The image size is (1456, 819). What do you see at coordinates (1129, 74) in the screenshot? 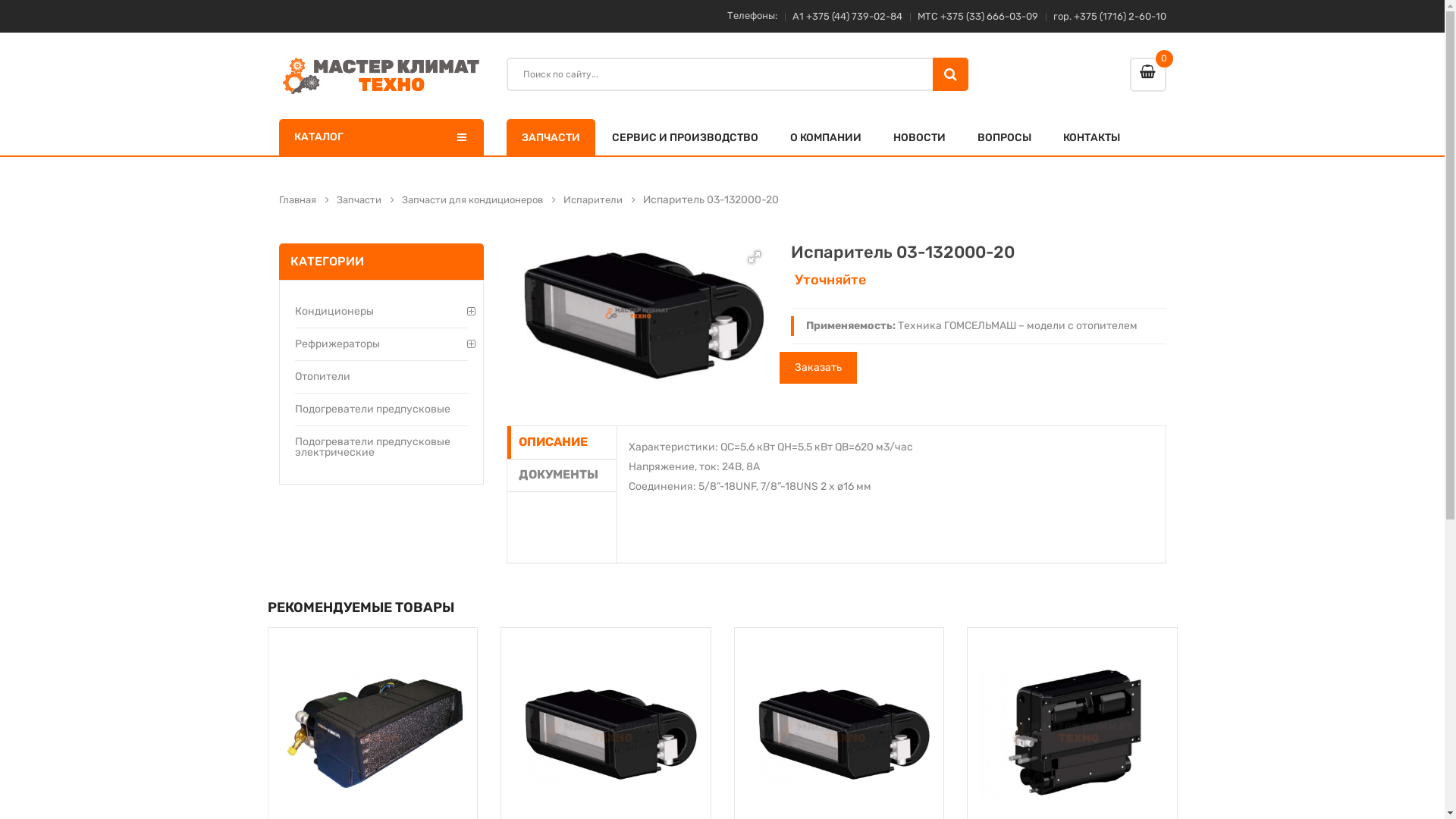
I see `'0'` at bounding box center [1129, 74].